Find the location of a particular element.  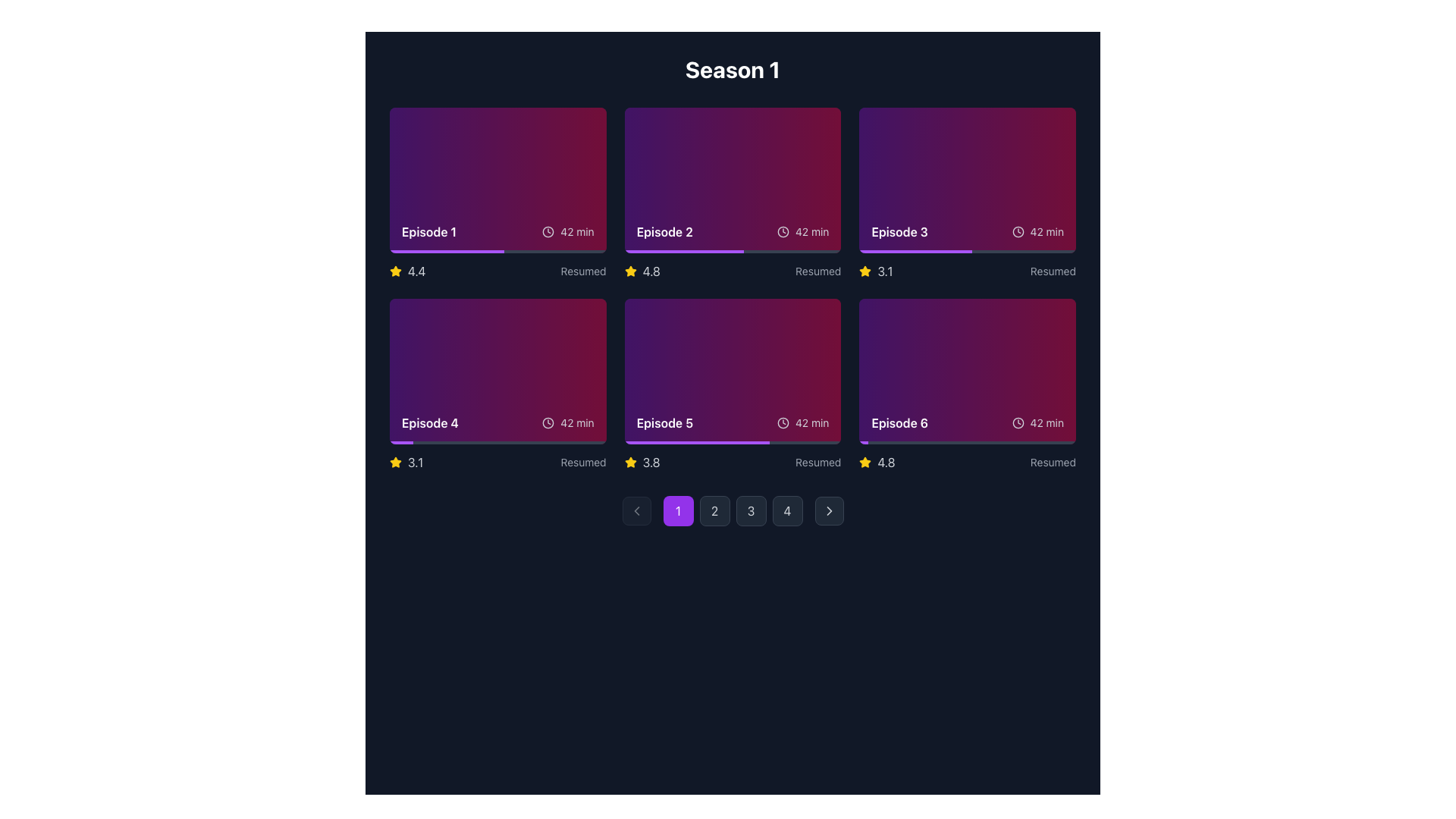

the leftmost navigation button, which has a bold purple background and contains the text '1' in white is located at coordinates (677, 511).